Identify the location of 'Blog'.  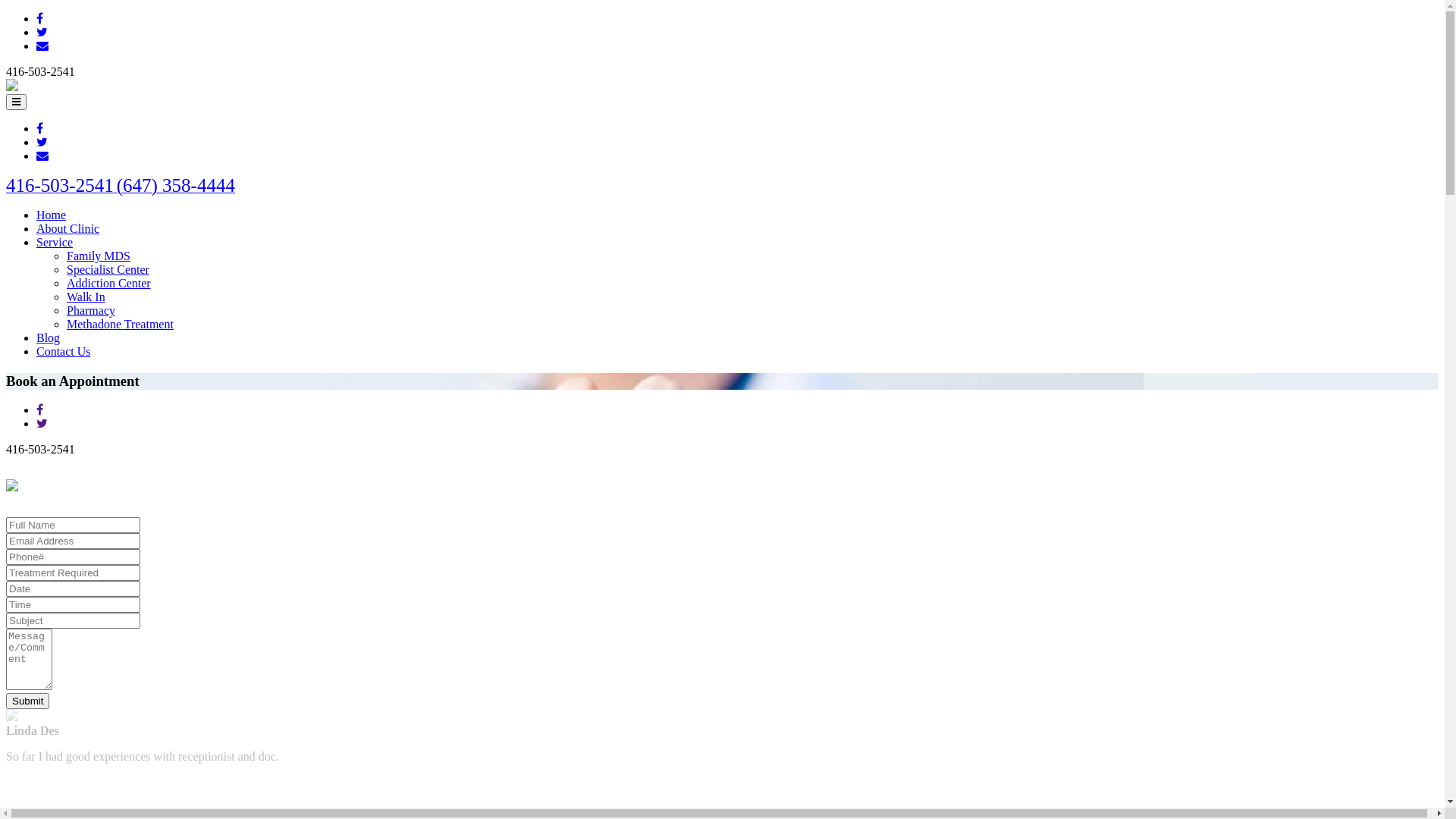
(48, 337).